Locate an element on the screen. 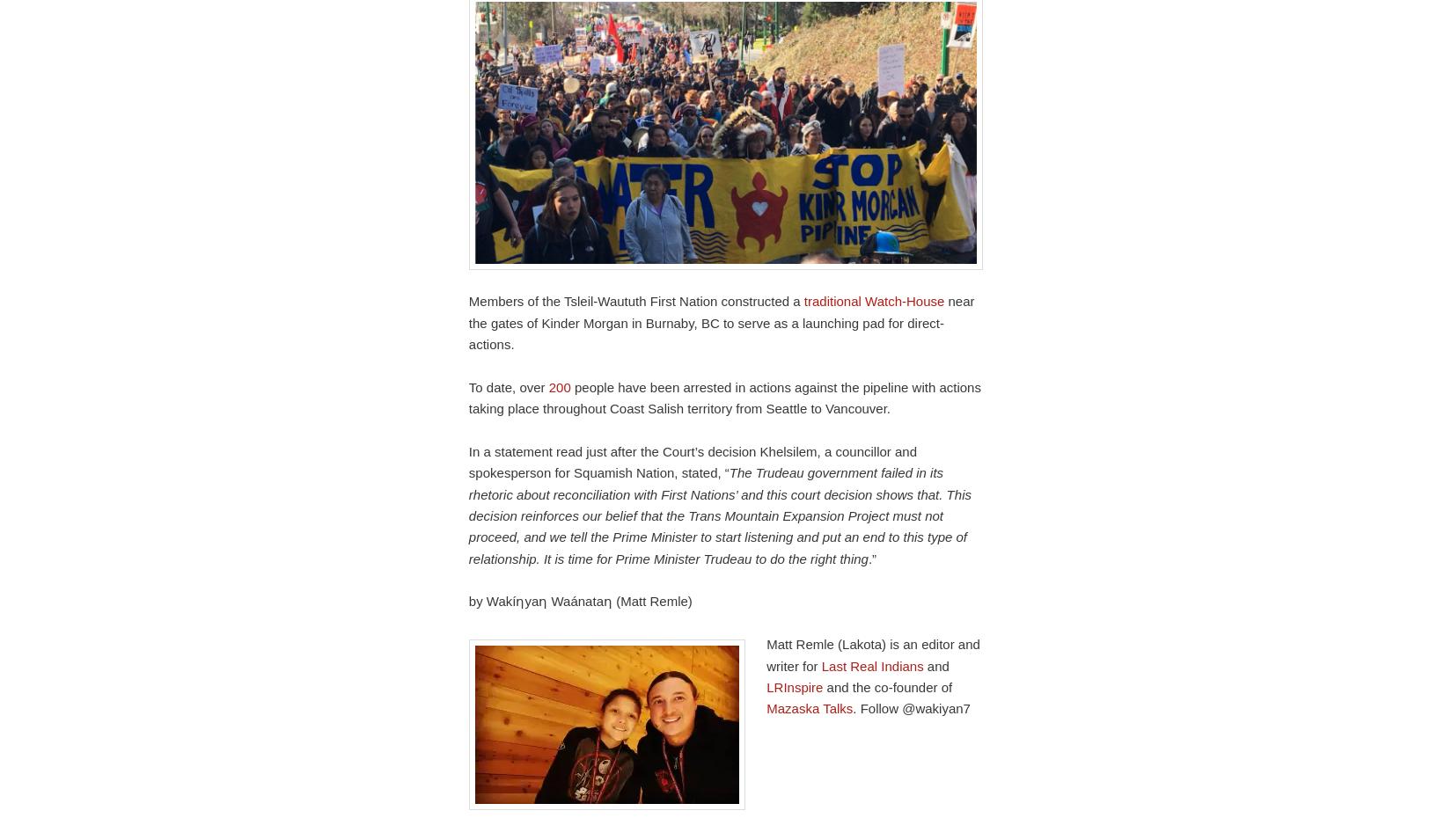 This screenshot has height=840, width=1452. '200' is located at coordinates (558, 385).